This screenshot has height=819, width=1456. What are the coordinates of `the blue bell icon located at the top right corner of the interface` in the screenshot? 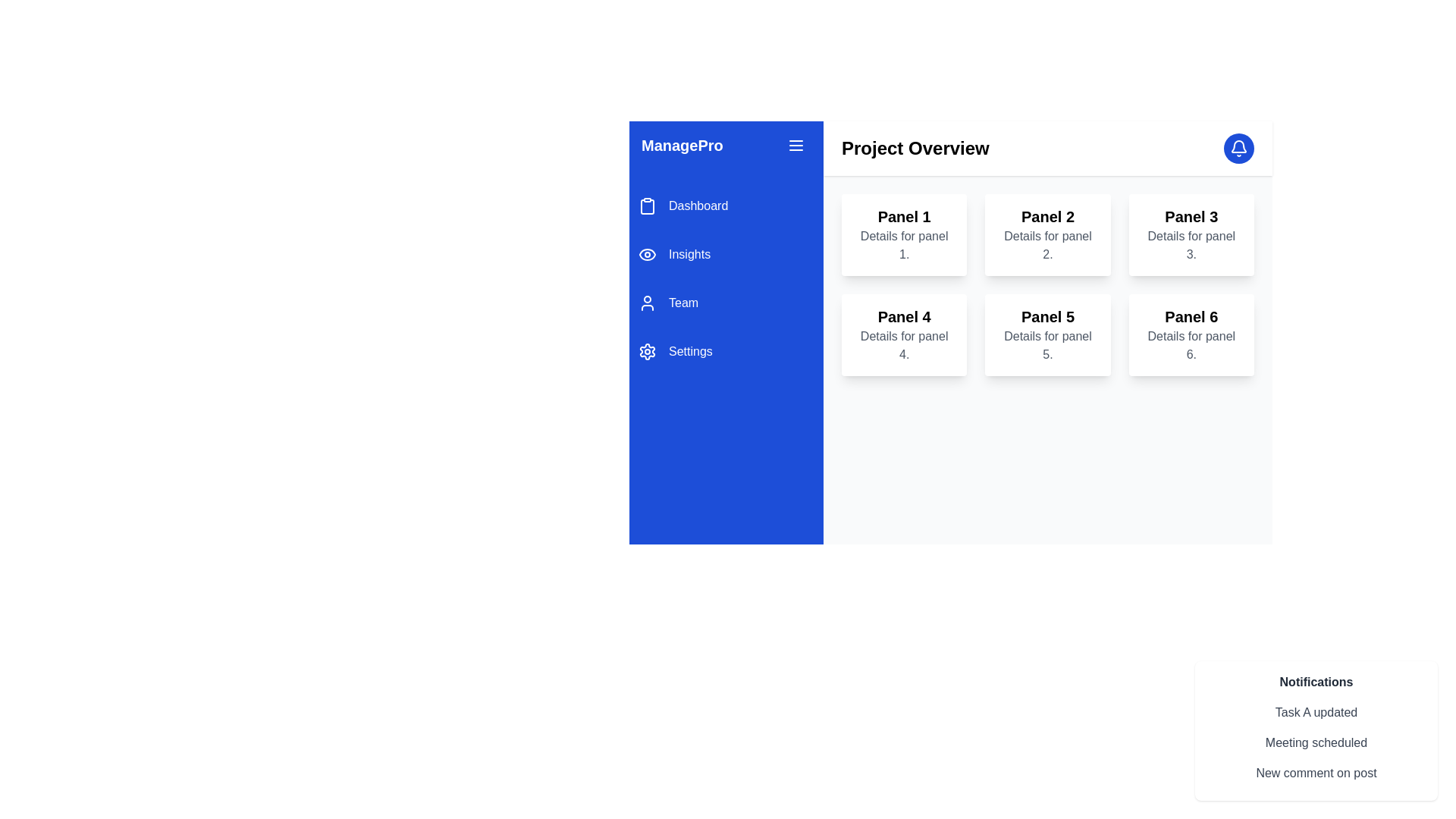 It's located at (1238, 149).